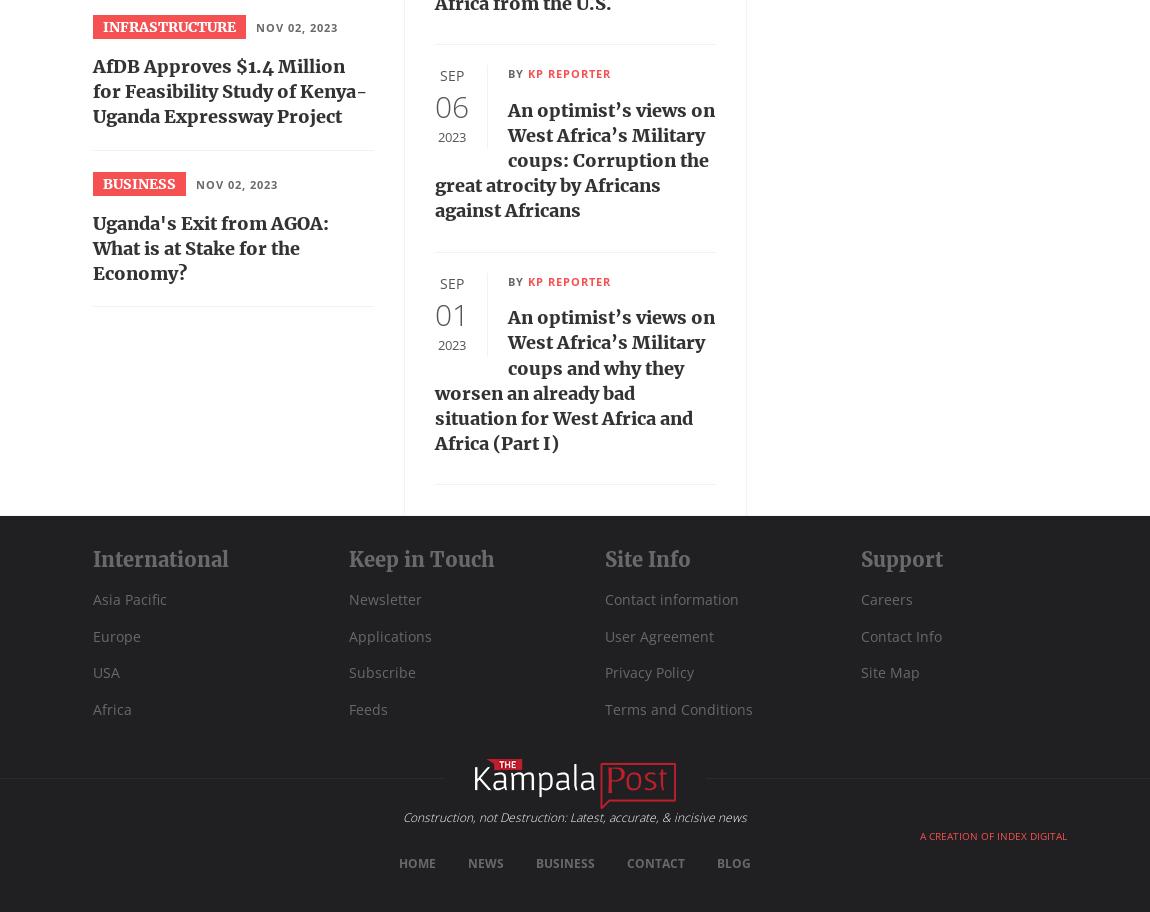  I want to click on 'Site Map', so click(890, 671).